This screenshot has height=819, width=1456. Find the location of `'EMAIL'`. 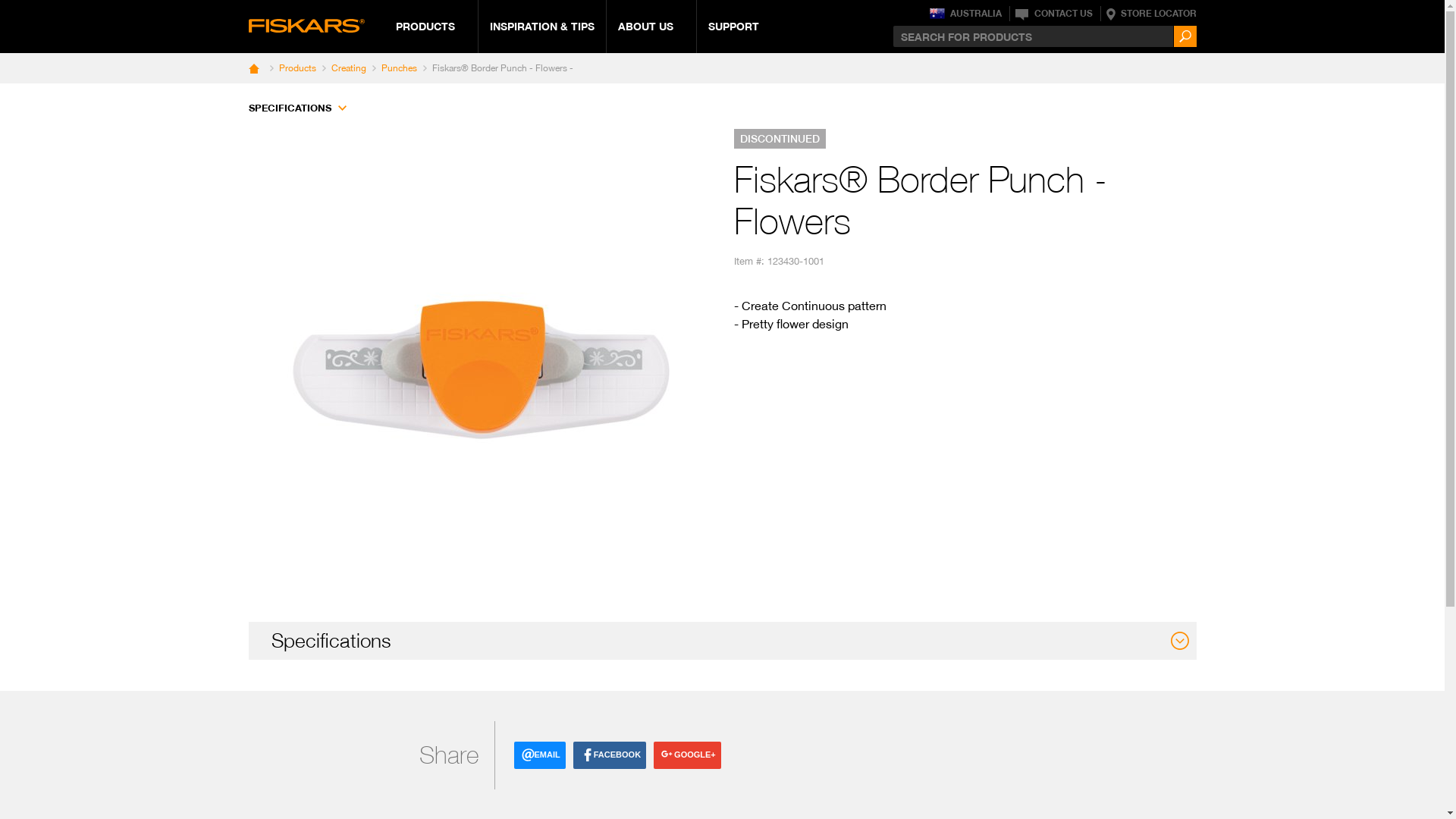

'EMAIL' is located at coordinates (539, 755).